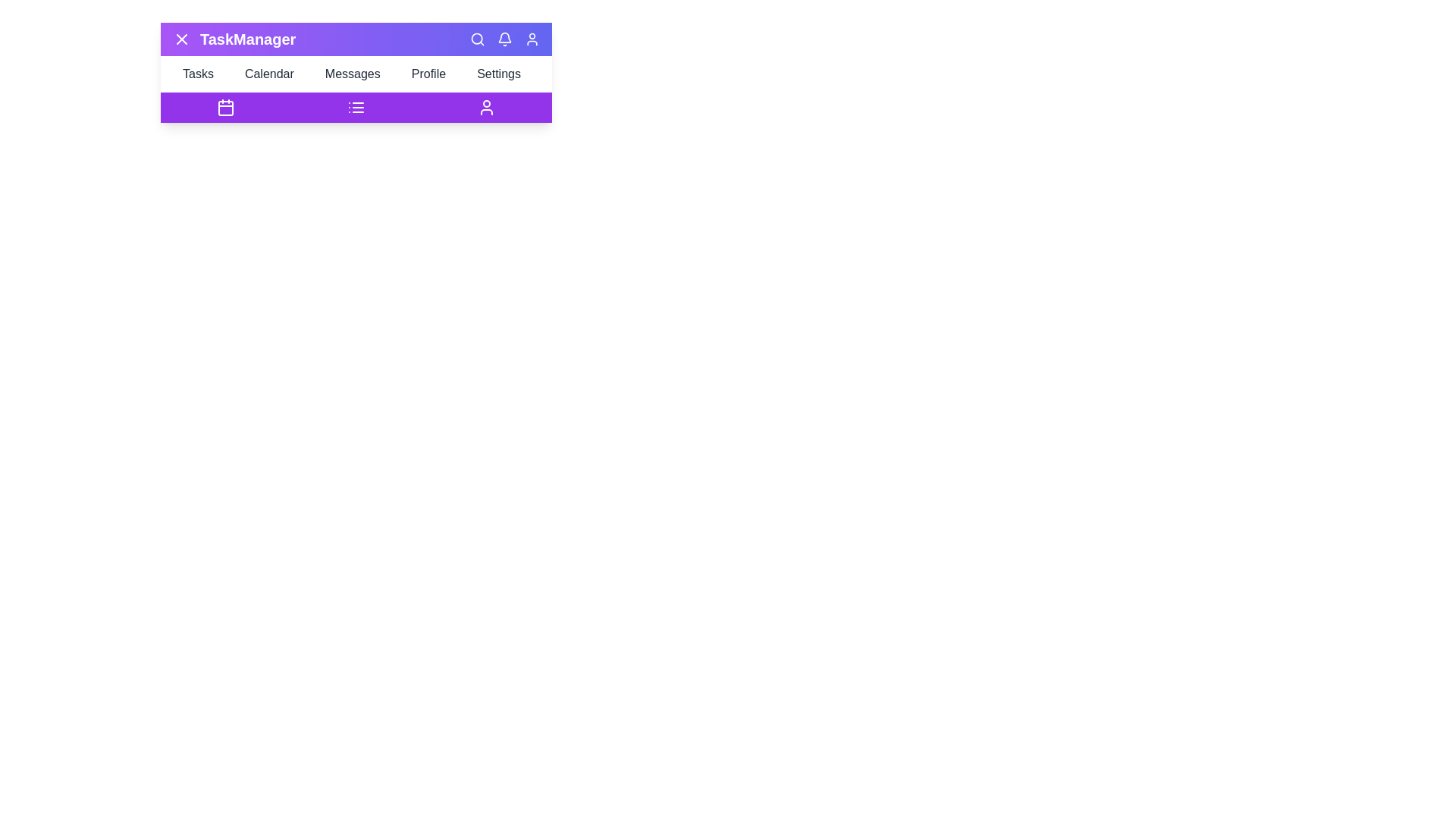  I want to click on the Profile icon in the bottom navigation bar, so click(487, 107).